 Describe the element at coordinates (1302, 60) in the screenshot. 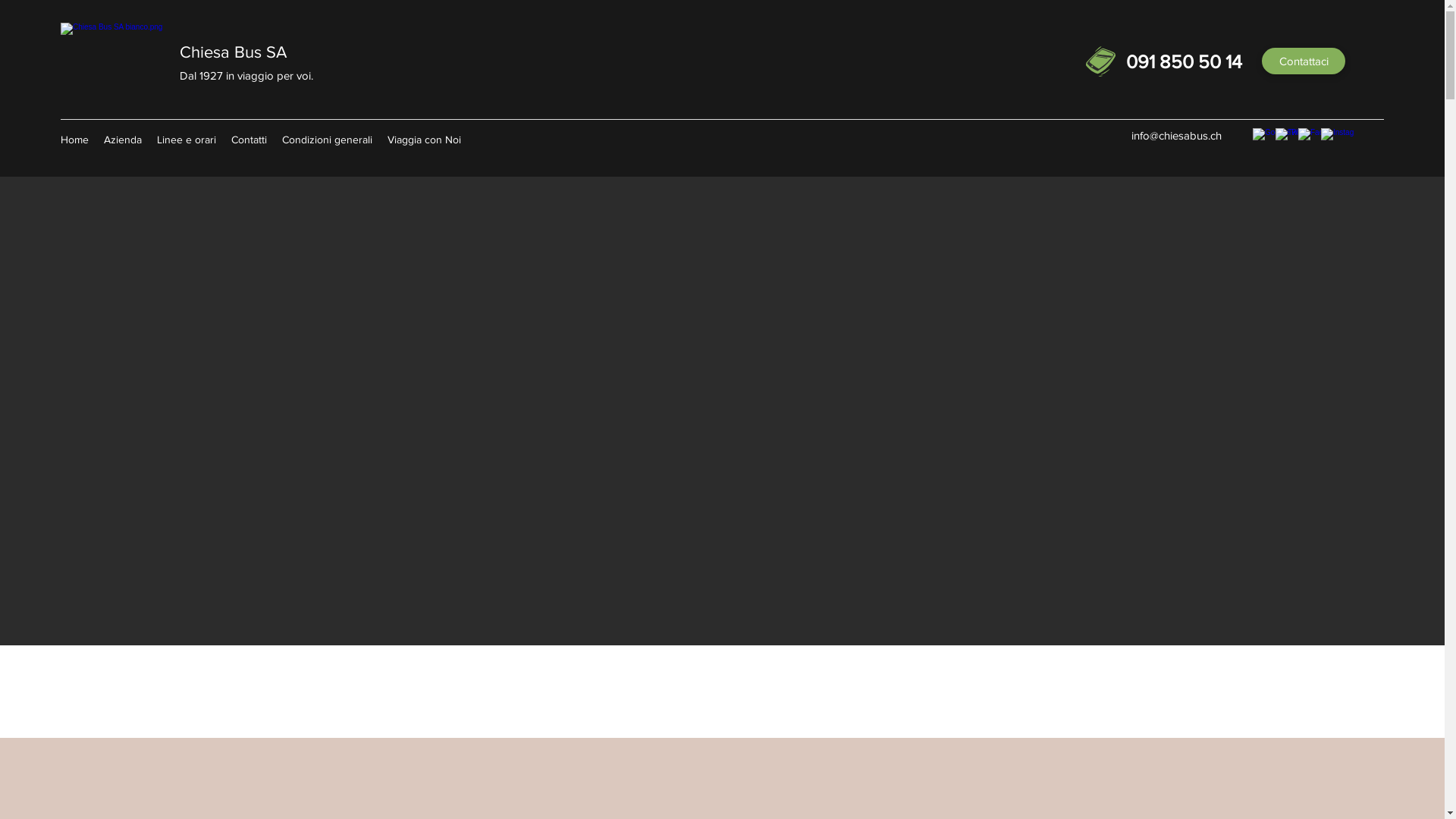

I see `'Contattaci'` at that location.